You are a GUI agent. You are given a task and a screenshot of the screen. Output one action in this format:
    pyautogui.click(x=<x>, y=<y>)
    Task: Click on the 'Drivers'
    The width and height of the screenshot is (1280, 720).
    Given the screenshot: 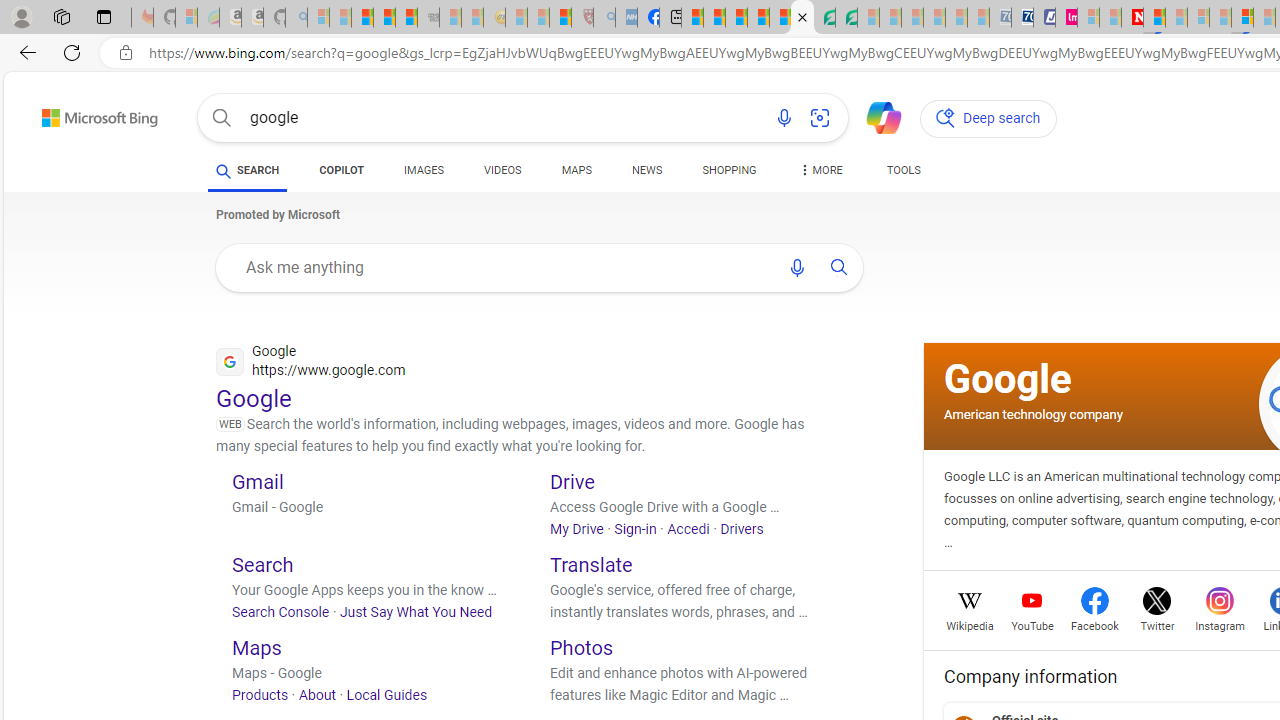 What is the action you would take?
    pyautogui.click(x=740, y=527)
    